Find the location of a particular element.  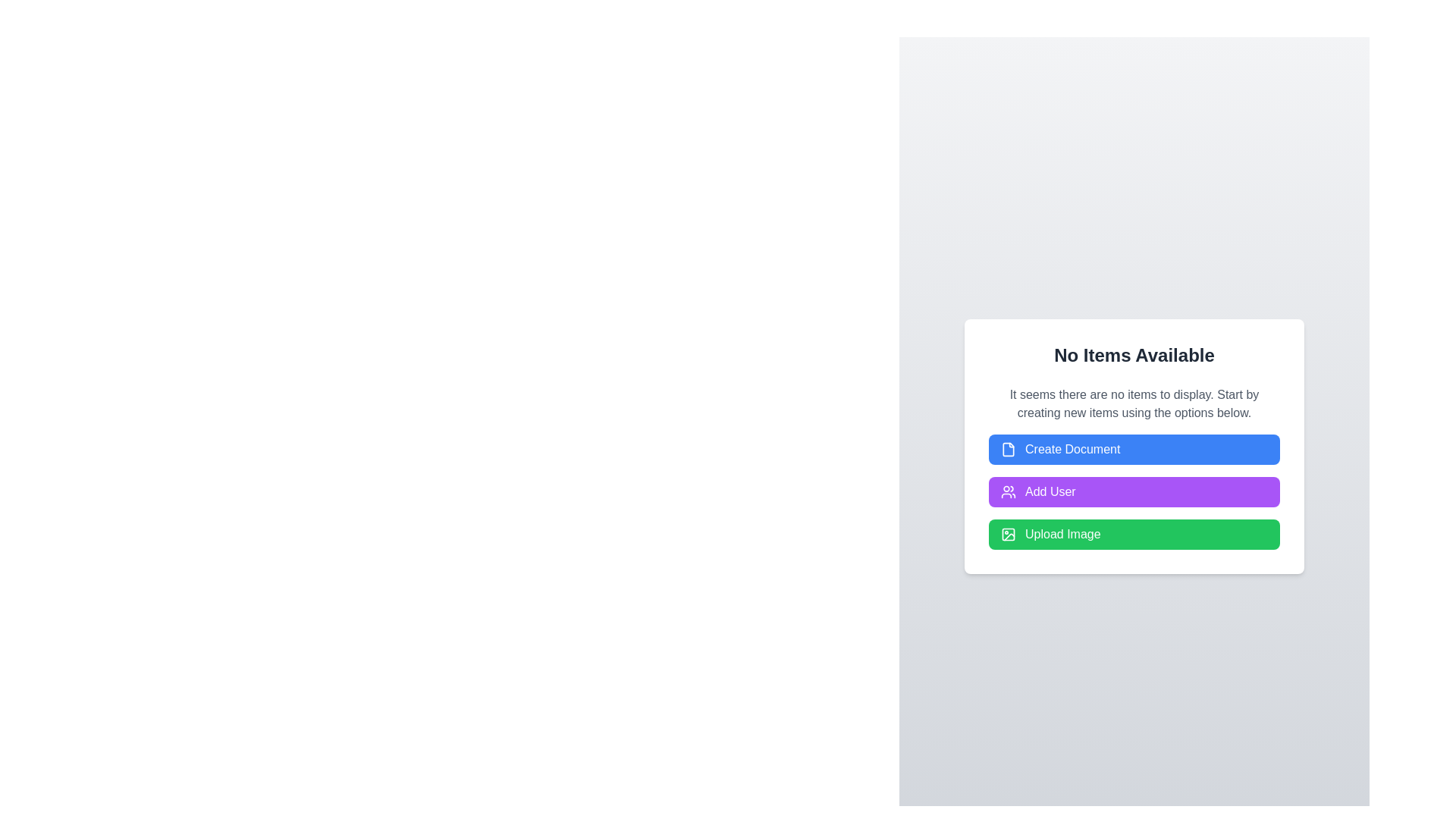

the blue button labeled 'Create Document' to observe its hover effect is located at coordinates (1134, 446).